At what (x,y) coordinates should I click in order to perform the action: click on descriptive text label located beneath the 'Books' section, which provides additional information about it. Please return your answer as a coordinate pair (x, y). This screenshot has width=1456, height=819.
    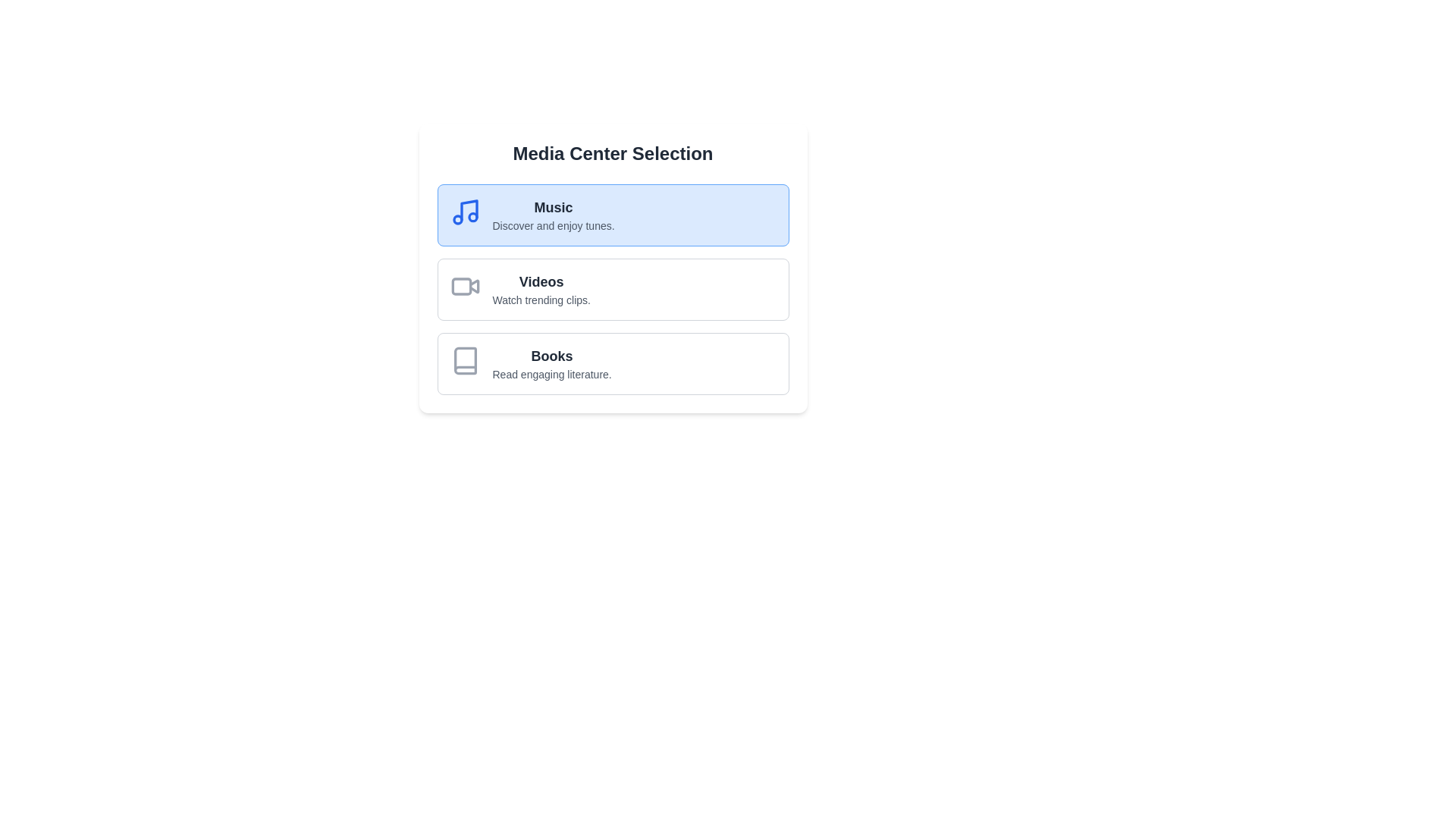
    Looking at the image, I should click on (551, 374).